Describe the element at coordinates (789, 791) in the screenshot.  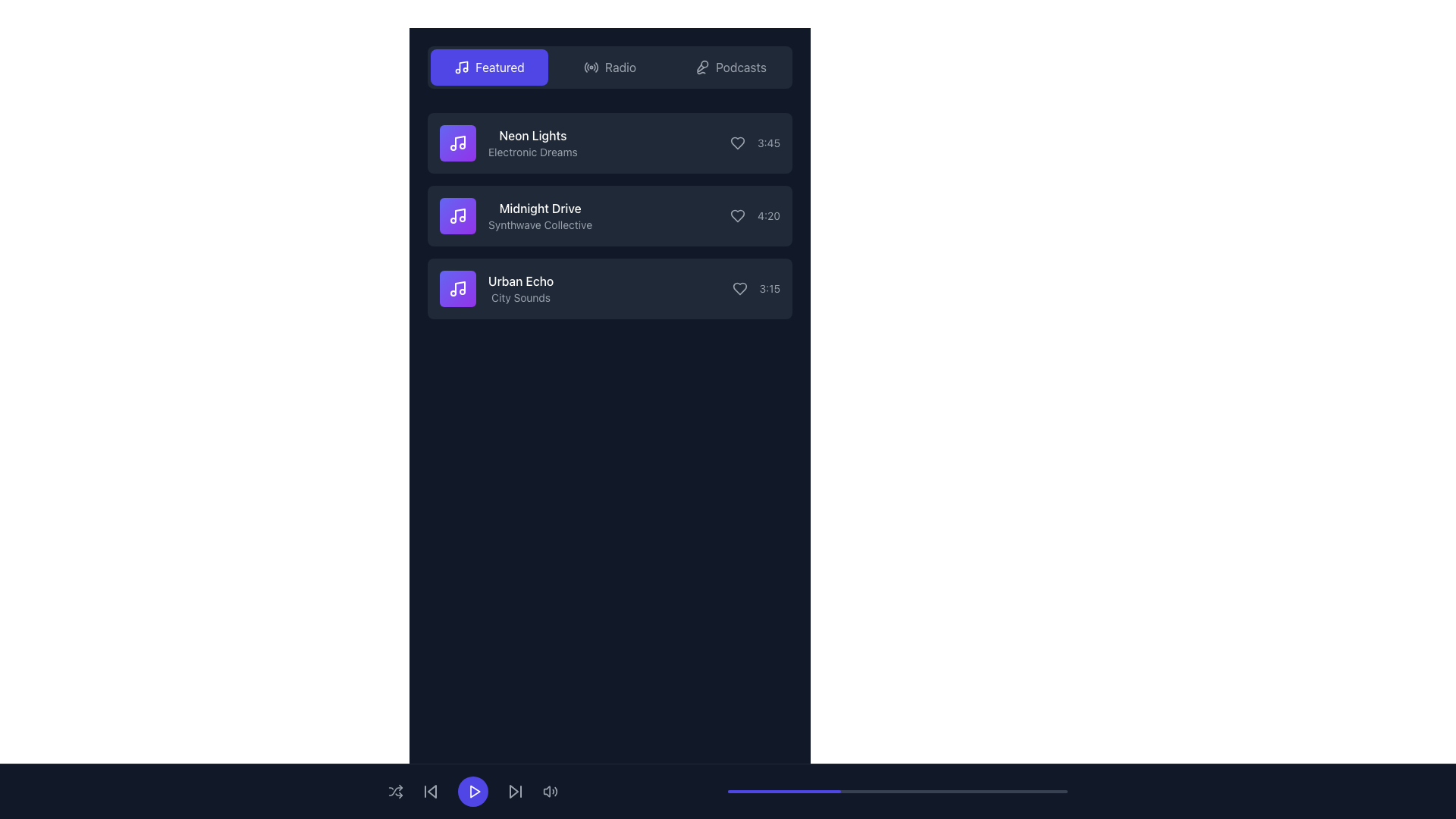
I see `progress` at that location.